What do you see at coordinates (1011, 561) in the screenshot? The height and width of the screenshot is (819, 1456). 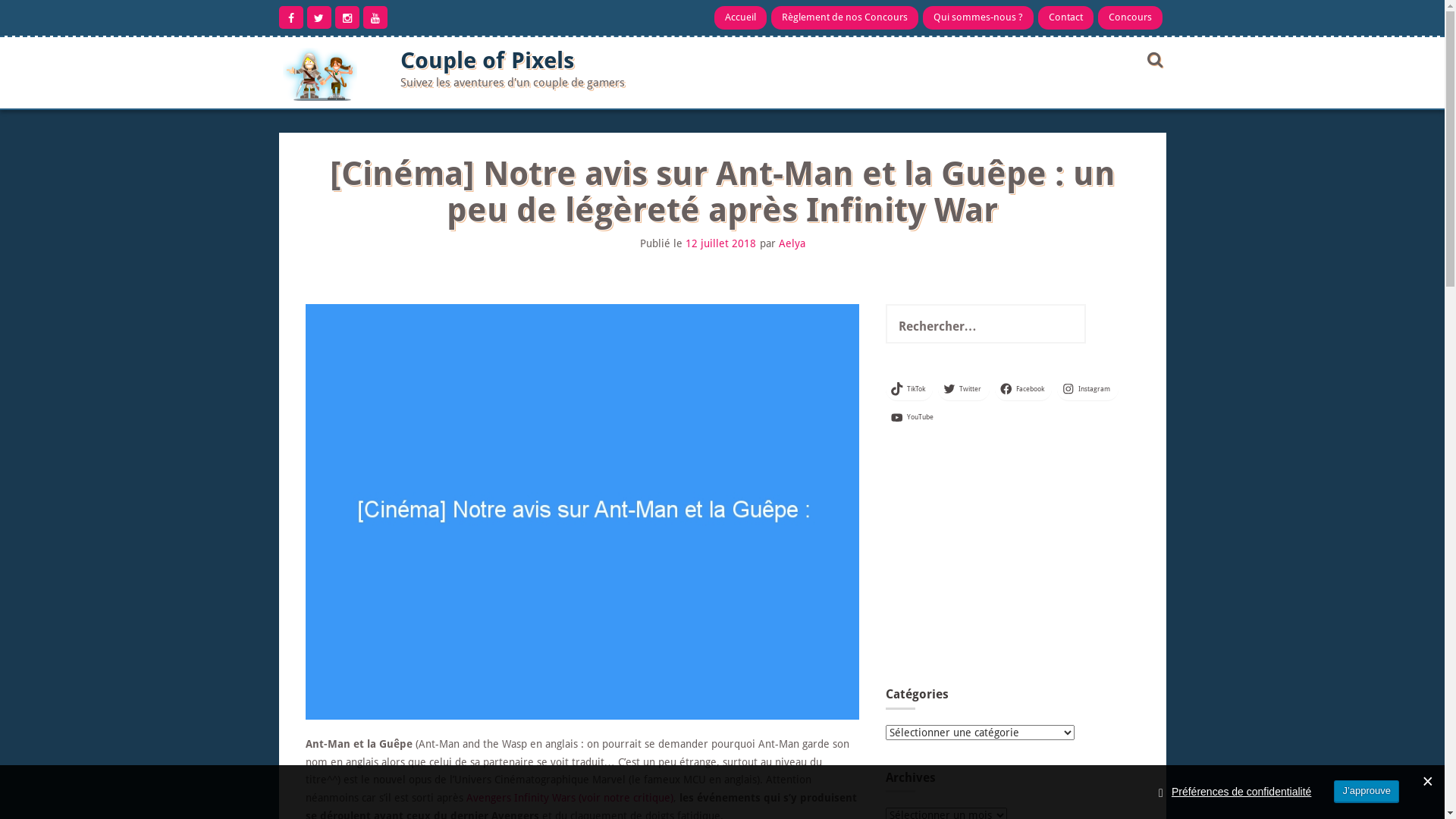 I see `'Advertisement'` at bounding box center [1011, 561].